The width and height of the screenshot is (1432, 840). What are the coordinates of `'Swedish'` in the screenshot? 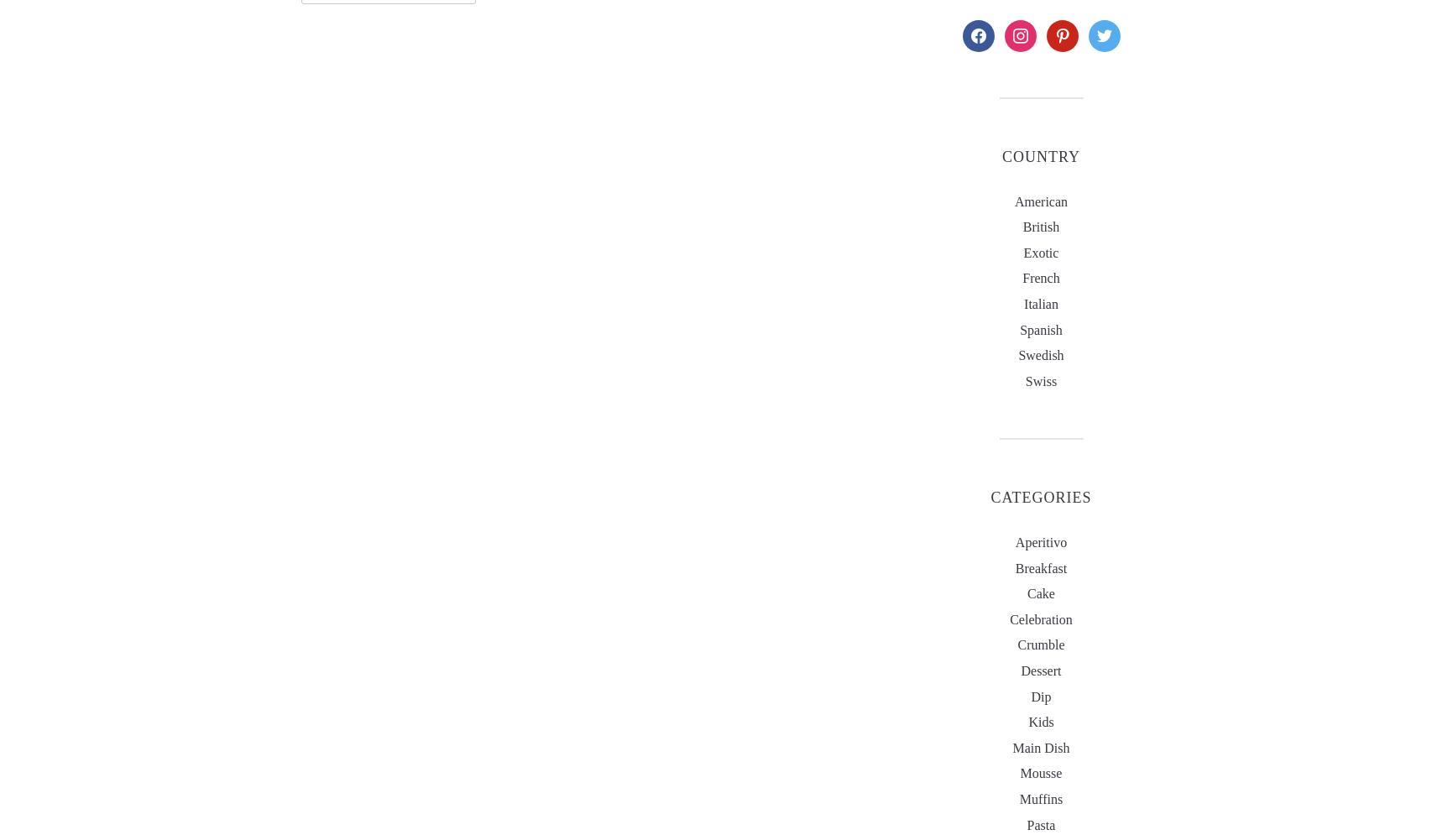 It's located at (1040, 354).